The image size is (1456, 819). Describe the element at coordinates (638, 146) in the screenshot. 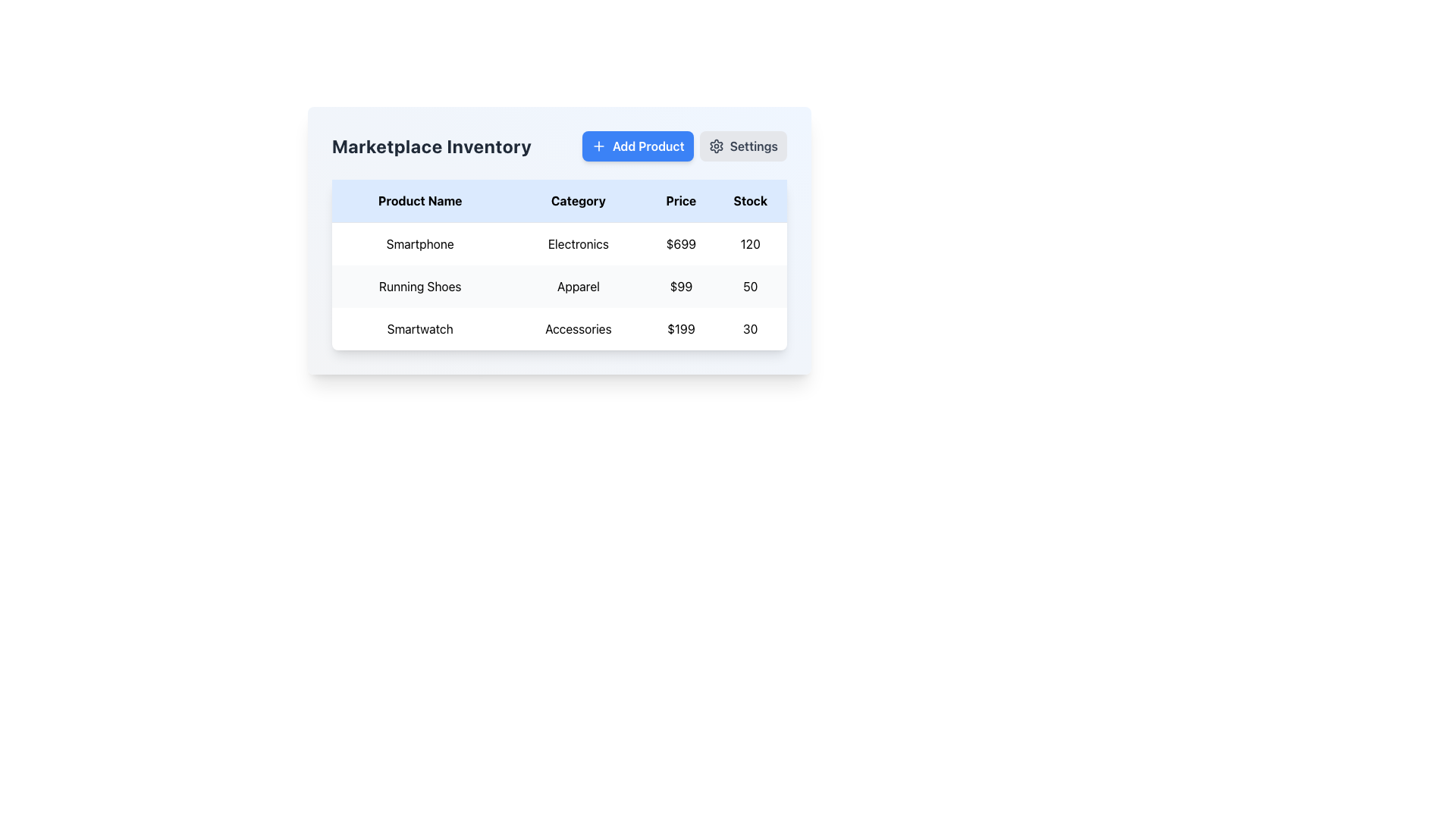

I see `the 'Add Product' button located in the top-right section of the interface, positioned just to the left of the 'Settings' button` at that location.